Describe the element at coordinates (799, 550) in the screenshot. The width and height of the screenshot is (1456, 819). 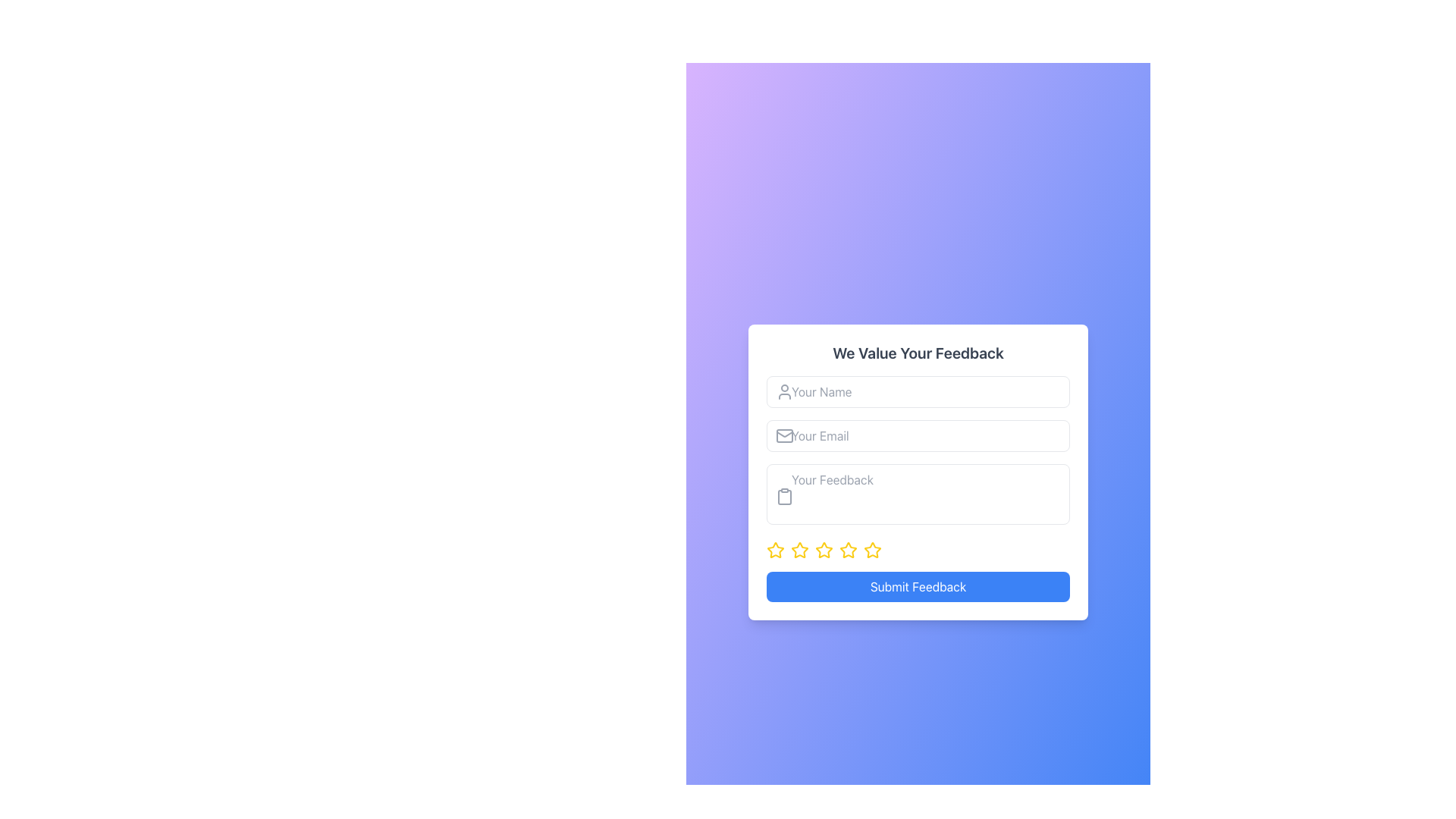
I see `the third rating star icon` at that location.